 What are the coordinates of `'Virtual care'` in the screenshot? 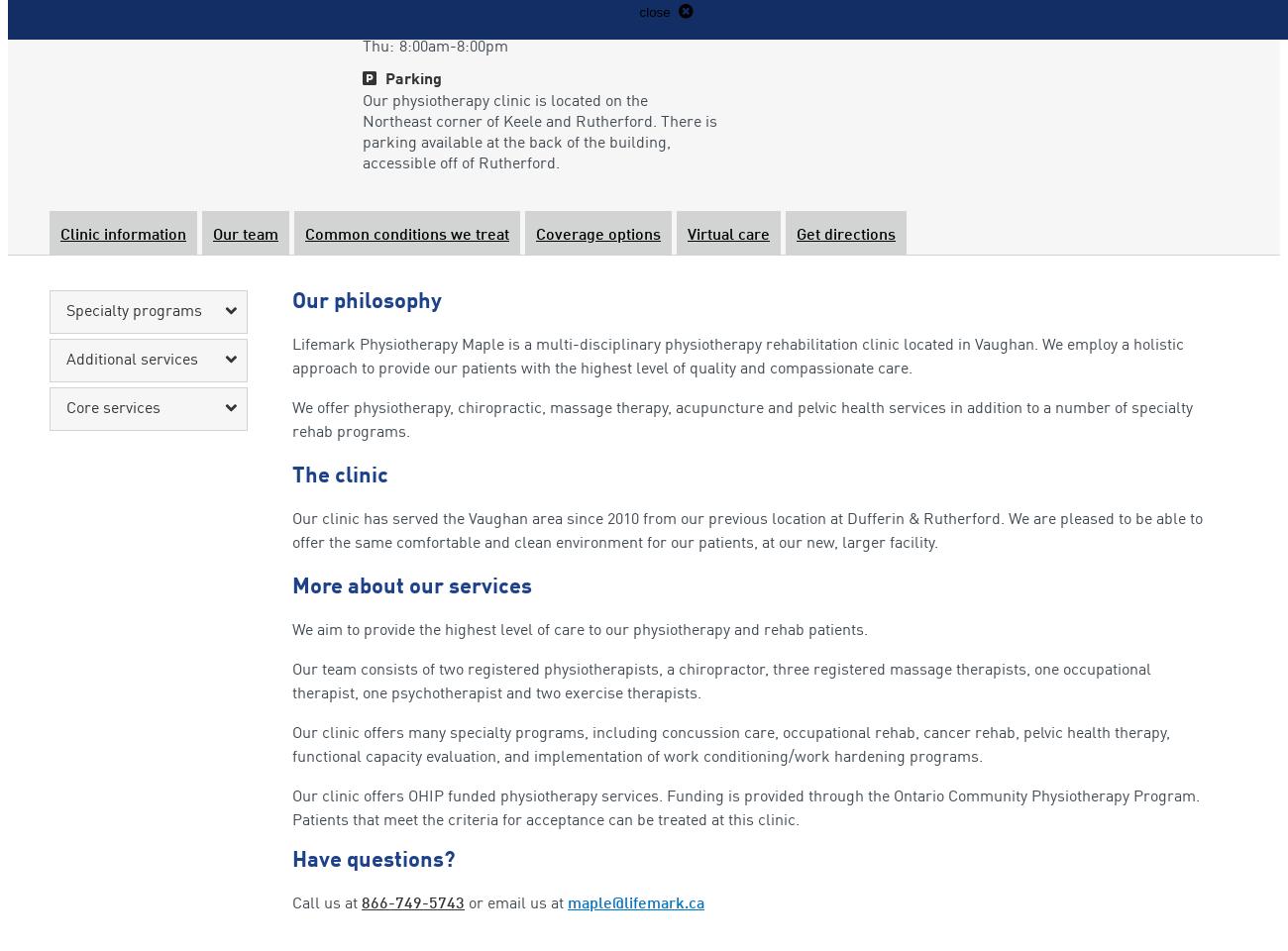 It's located at (728, 235).